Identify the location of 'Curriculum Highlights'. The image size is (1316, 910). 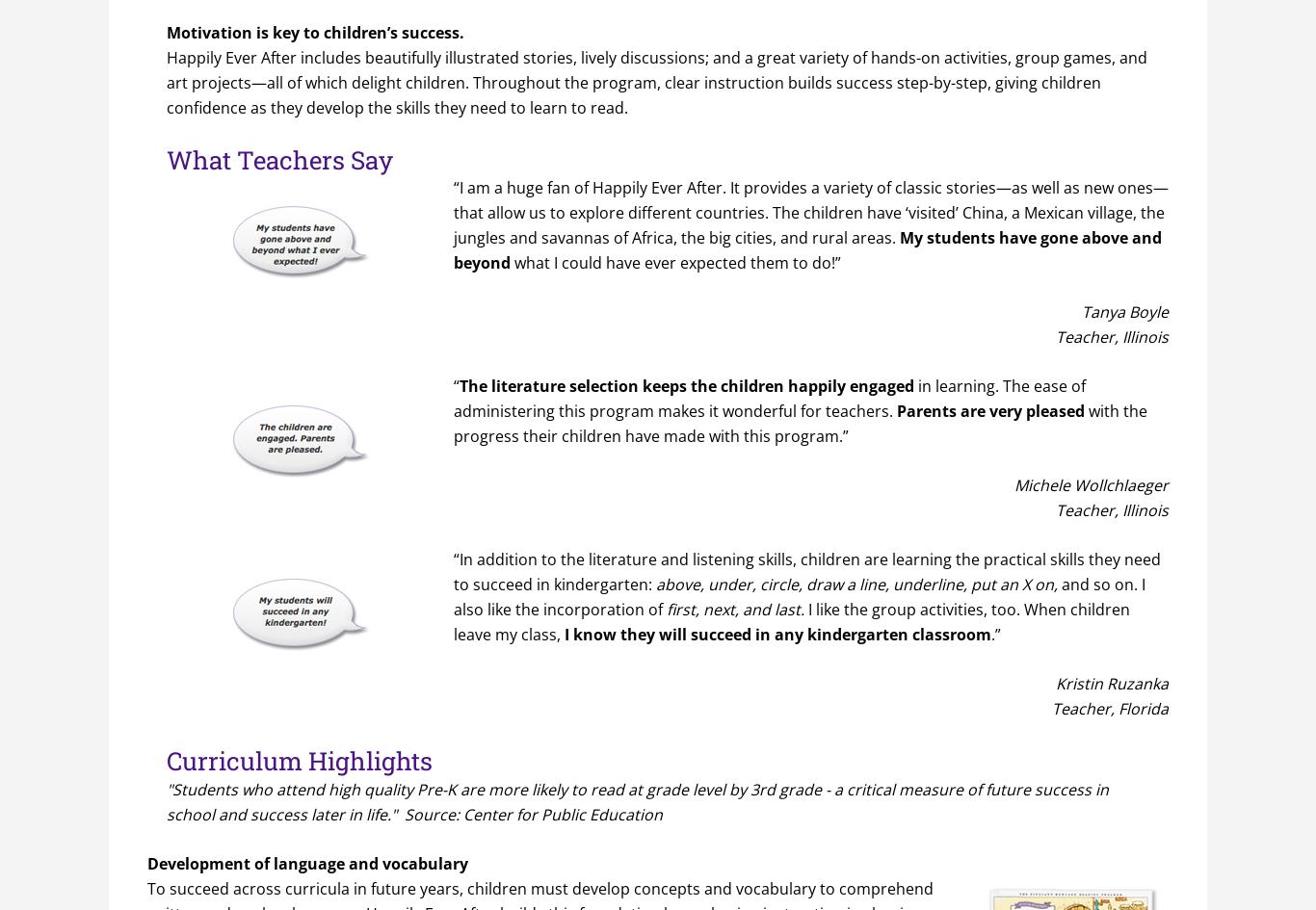
(300, 760).